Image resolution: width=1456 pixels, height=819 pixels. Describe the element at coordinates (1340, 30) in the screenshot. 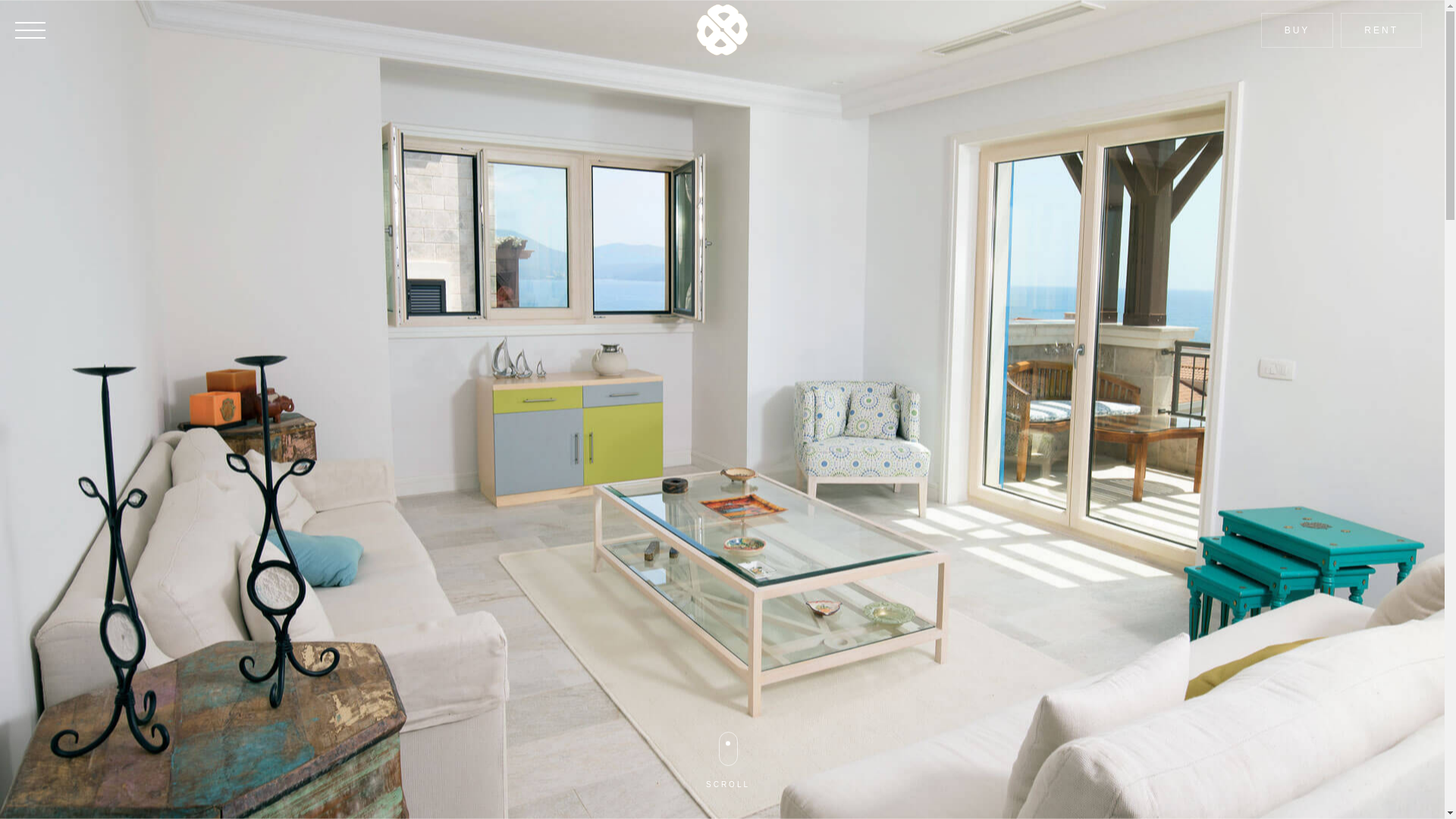

I see `'RENT'` at that location.